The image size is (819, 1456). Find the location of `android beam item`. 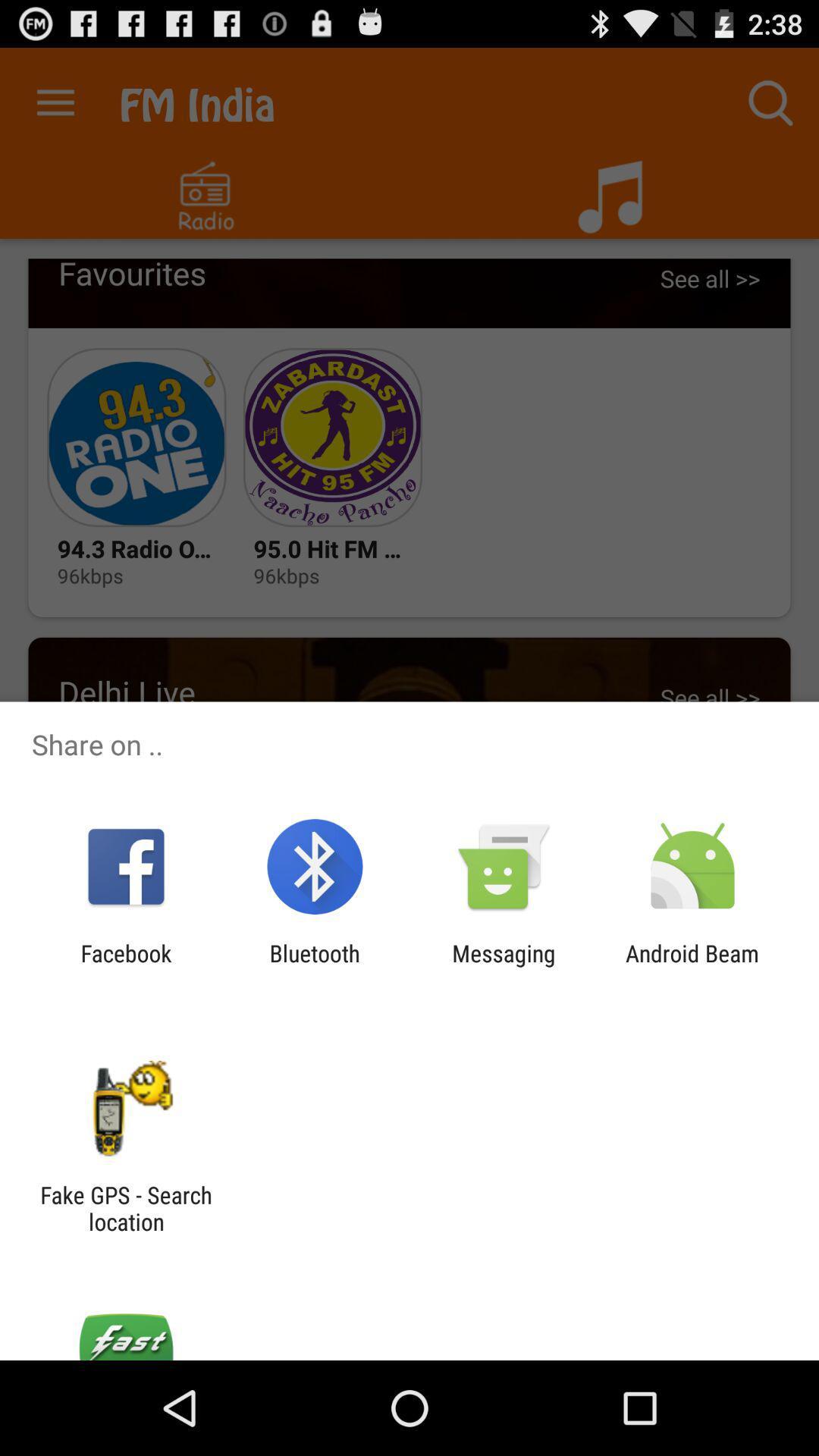

android beam item is located at coordinates (692, 966).